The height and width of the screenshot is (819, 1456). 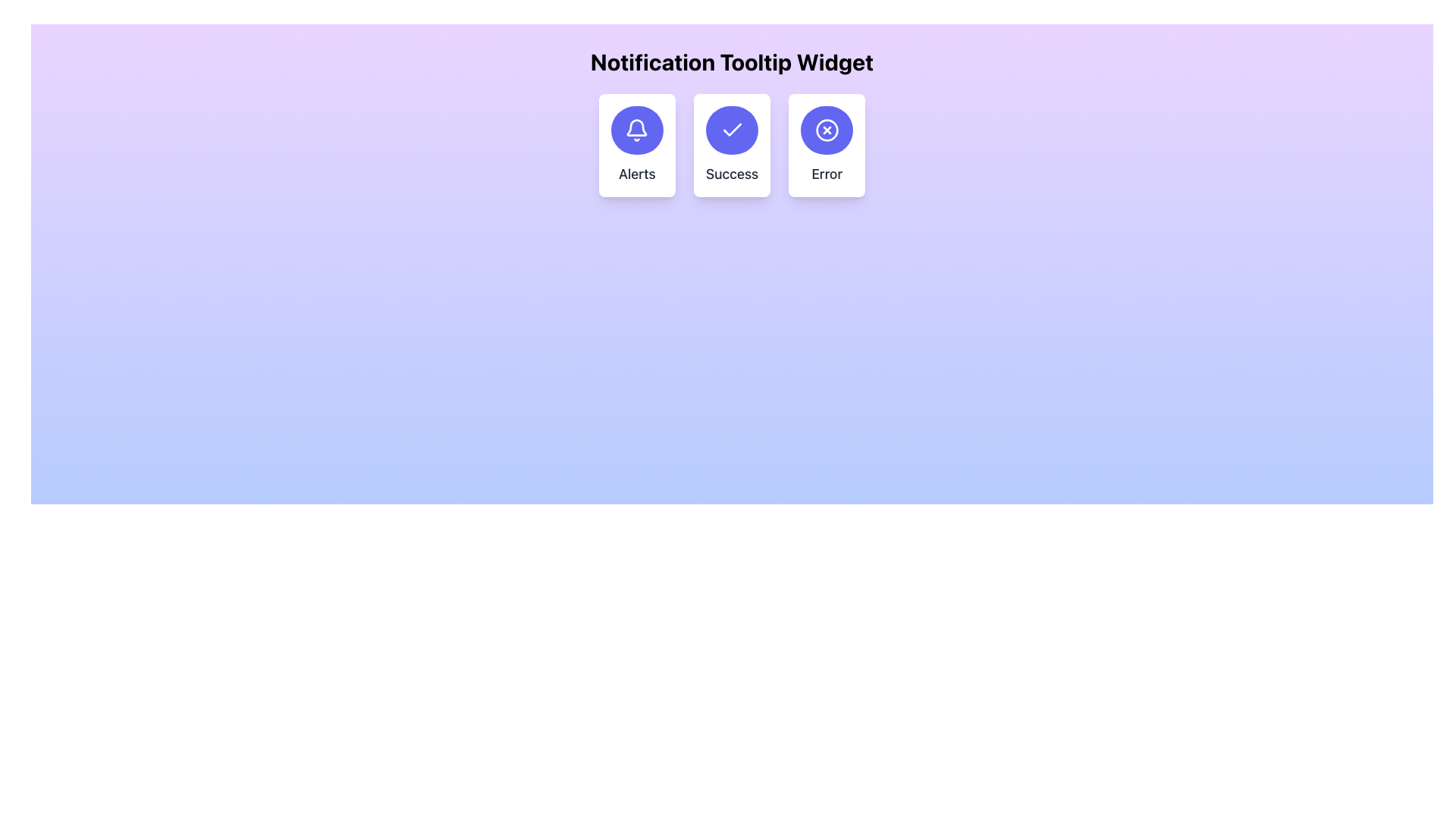 I want to click on the 'Alerts' button-like card element located at the upper central part of the layout, so click(x=637, y=146).